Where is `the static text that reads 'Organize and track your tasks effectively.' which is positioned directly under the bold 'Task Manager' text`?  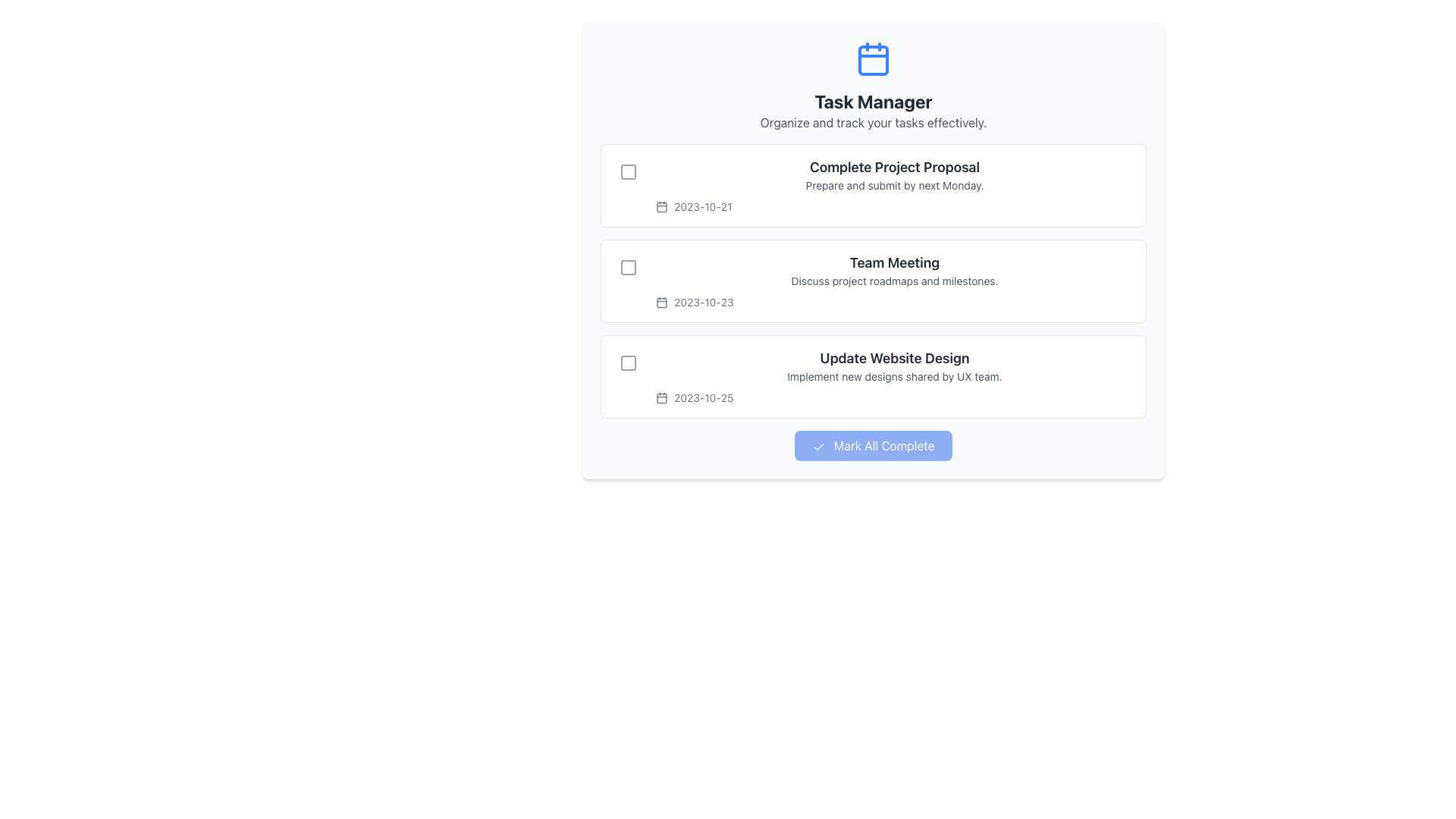 the static text that reads 'Organize and track your tasks effectively.' which is positioned directly under the bold 'Task Manager' text is located at coordinates (874, 122).